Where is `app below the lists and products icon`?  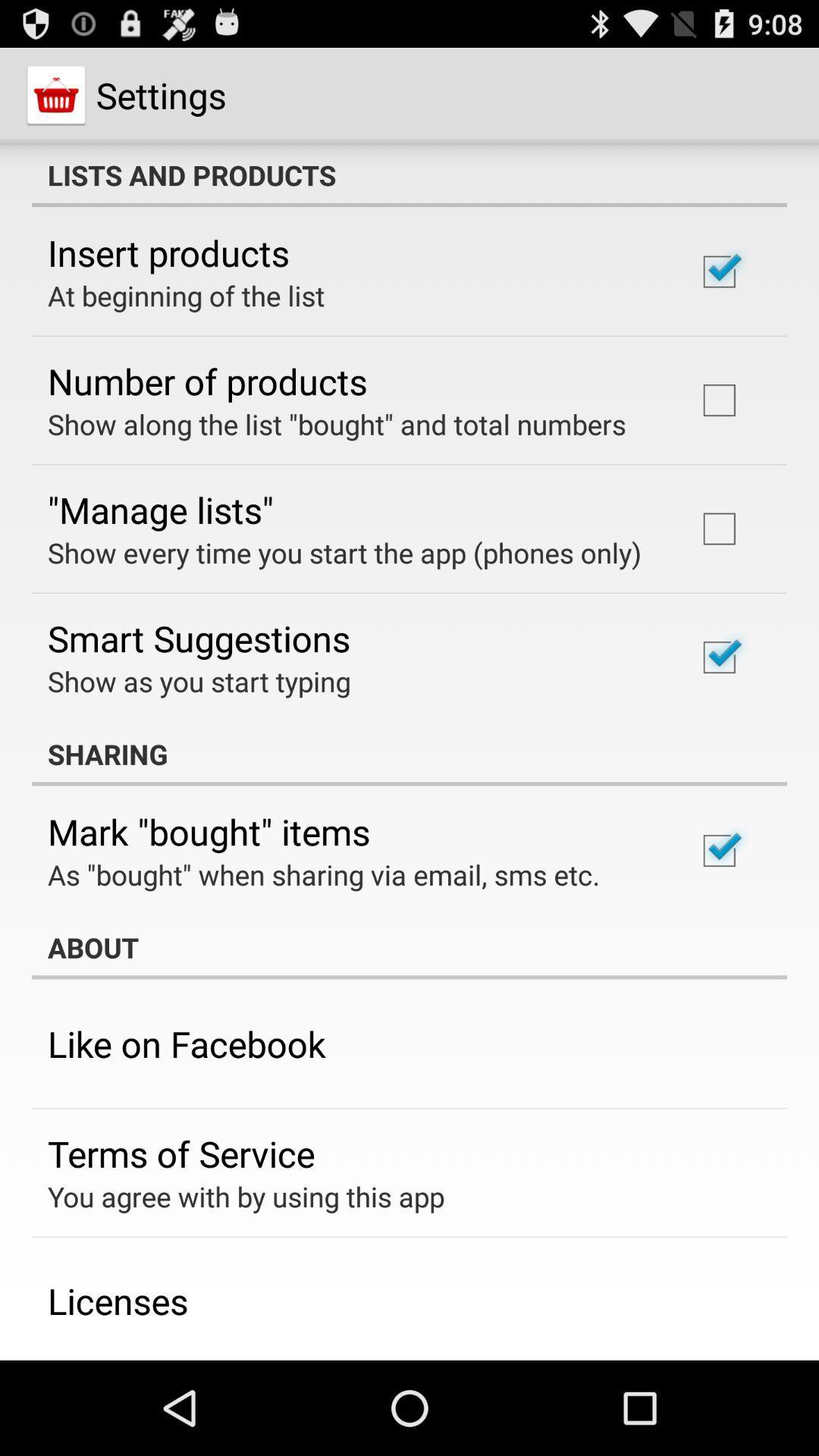
app below the lists and products icon is located at coordinates (168, 253).